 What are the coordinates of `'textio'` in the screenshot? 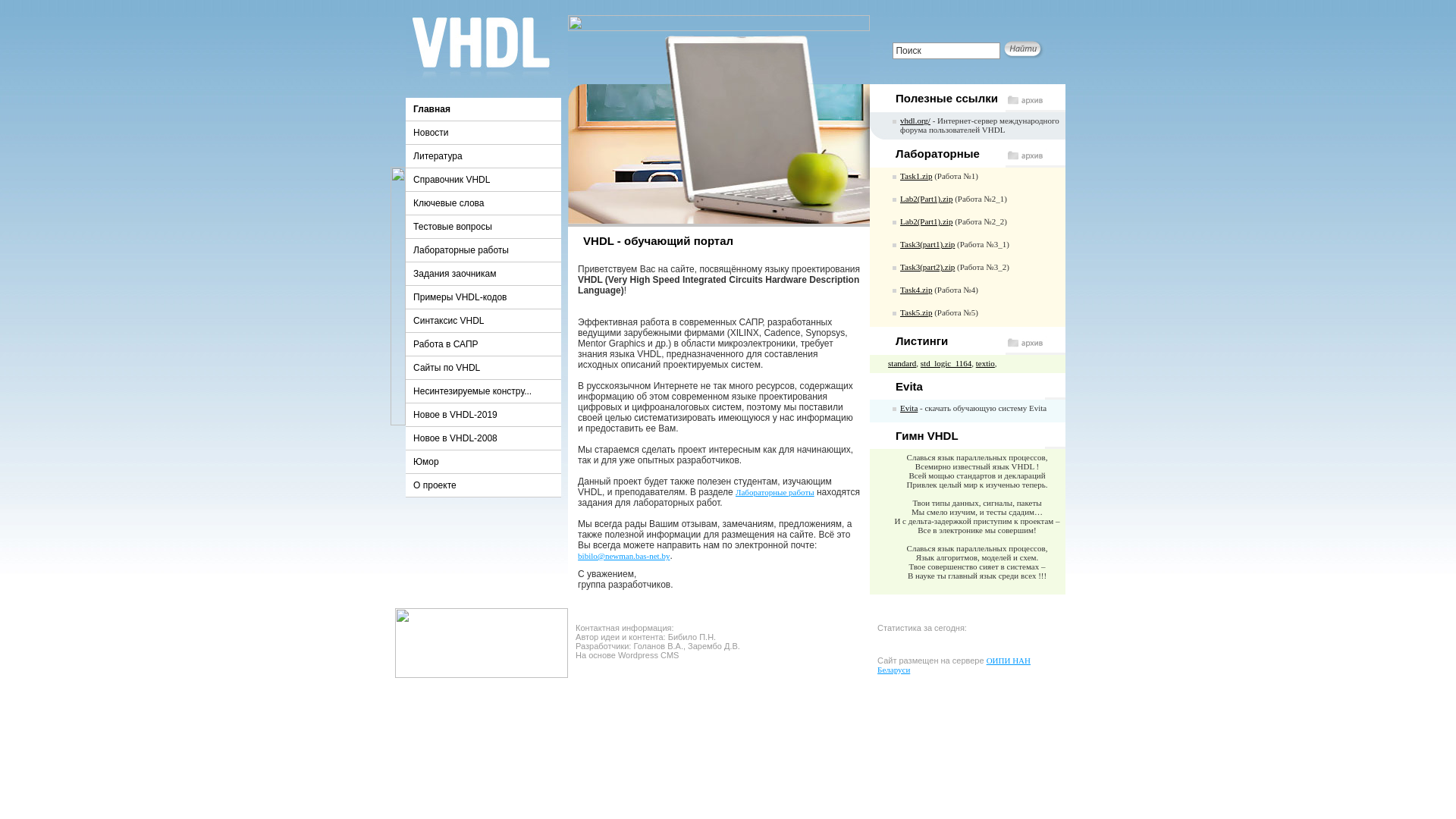 It's located at (985, 362).